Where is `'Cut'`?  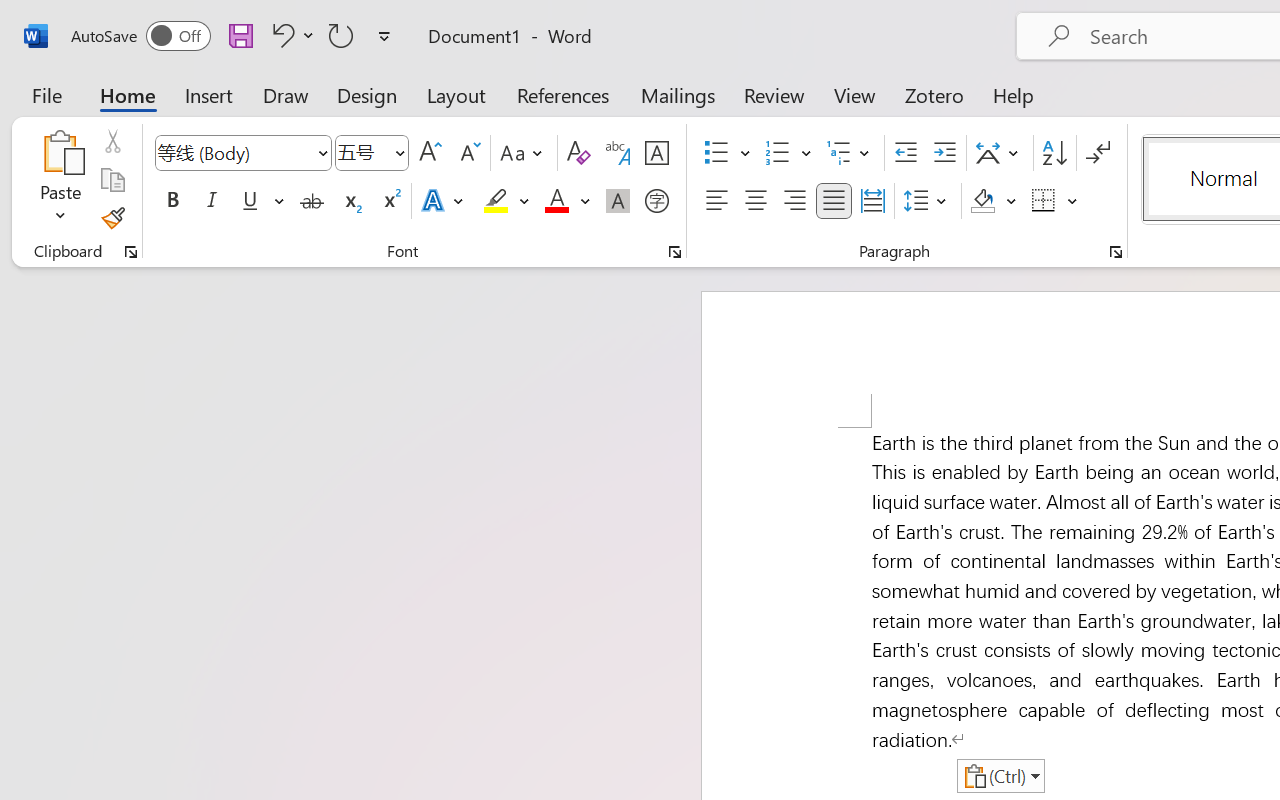 'Cut' is located at coordinates (111, 141).